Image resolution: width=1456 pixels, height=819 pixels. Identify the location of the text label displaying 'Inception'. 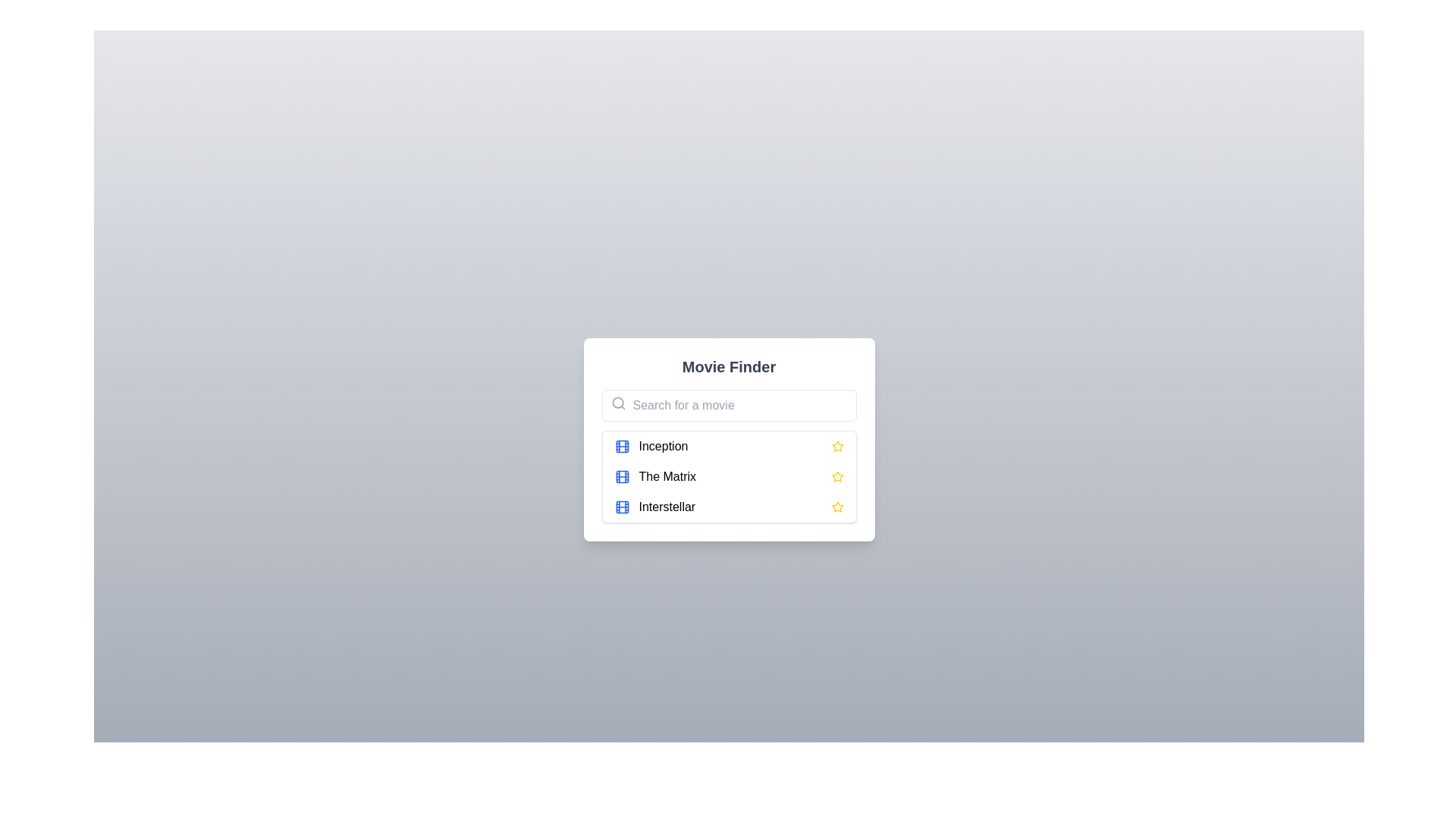
(663, 446).